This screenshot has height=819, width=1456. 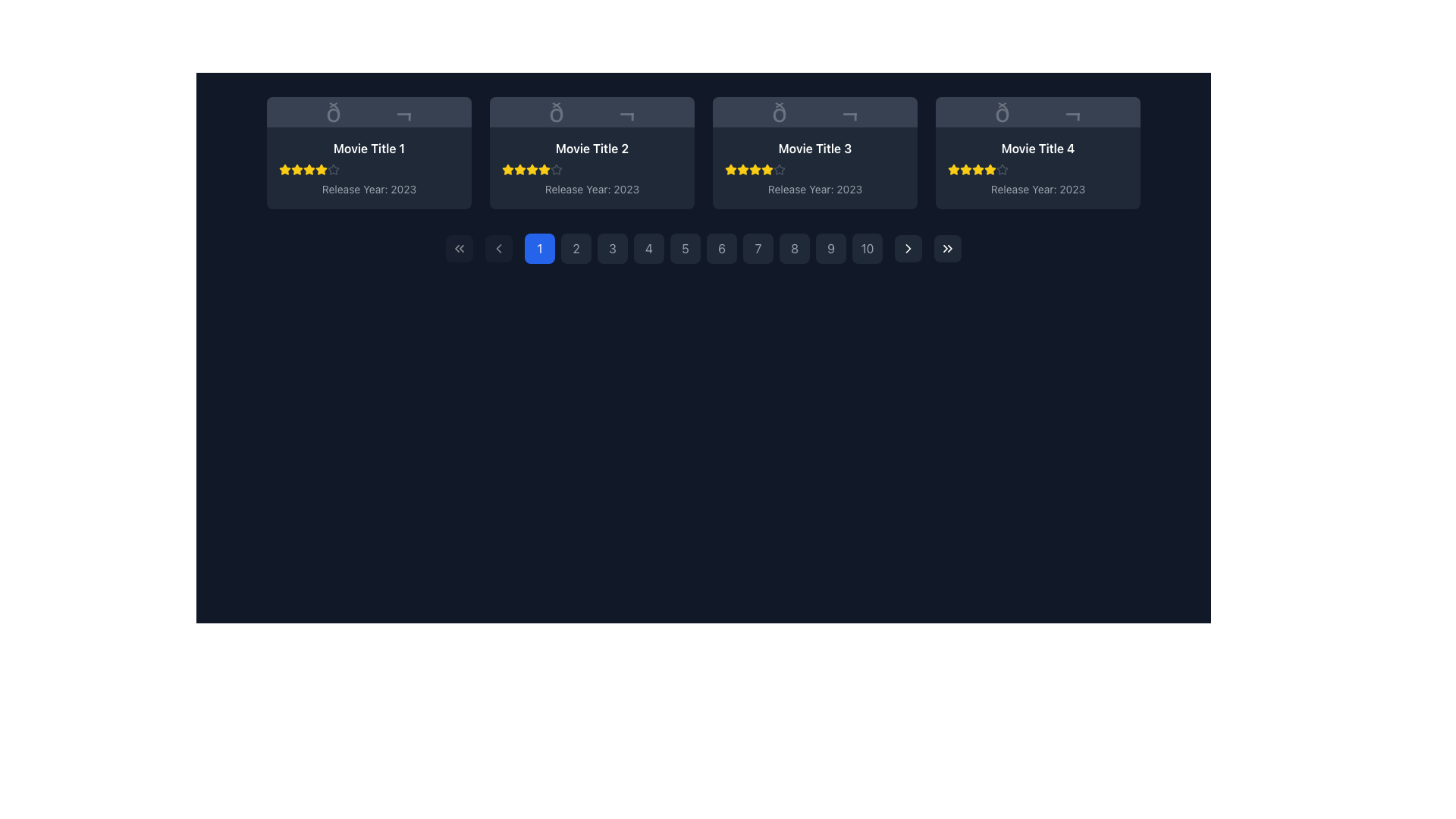 I want to click on the third star-shaped rating icon associated with 'Movie Title 3' to adjust the rating, so click(x=767, y=169).